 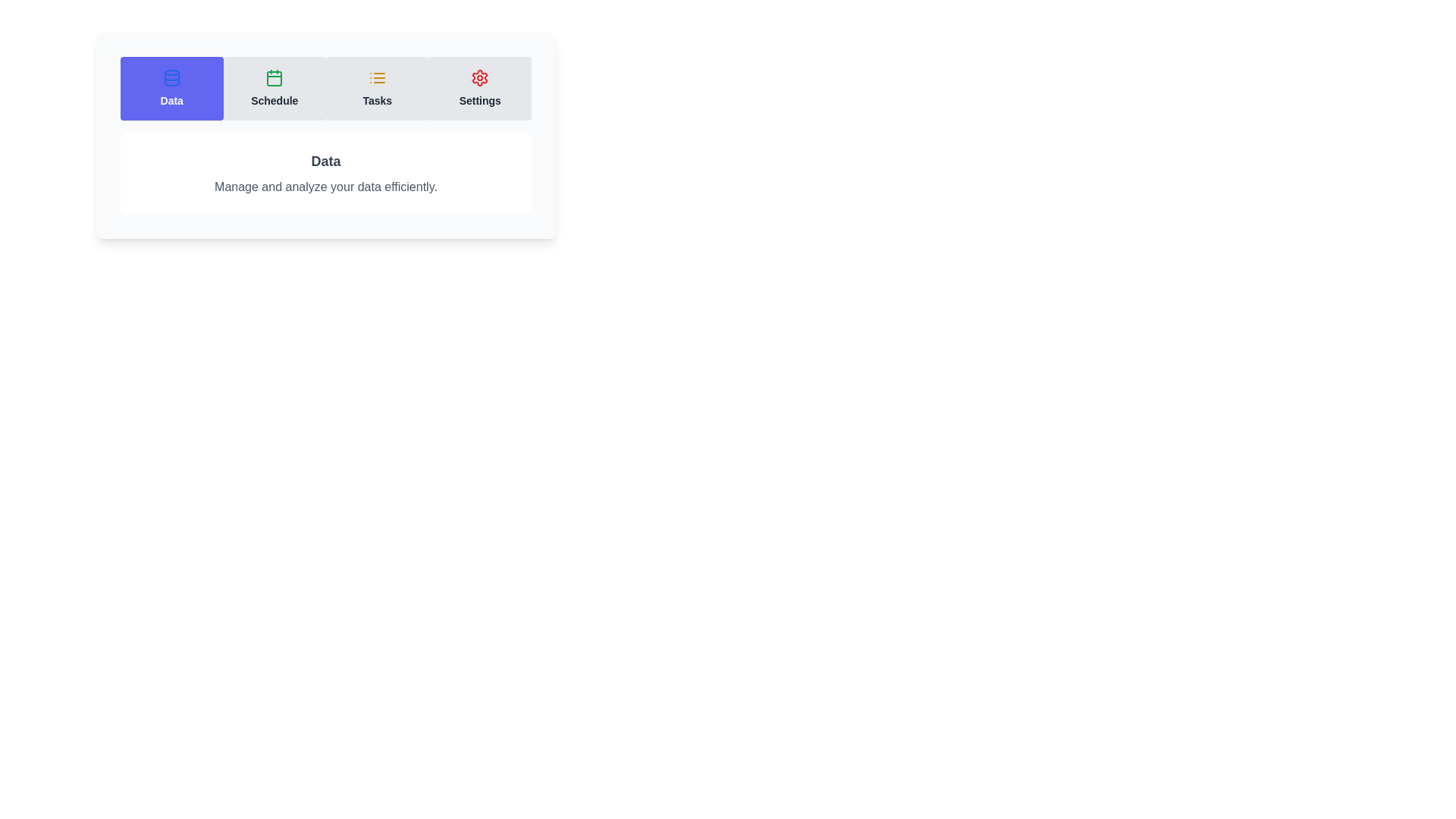 What do you see at coordinates (377, 88) in the screenshot?
I see `the tab labeled Tasks to view its content` at bounding box center [377, 88].